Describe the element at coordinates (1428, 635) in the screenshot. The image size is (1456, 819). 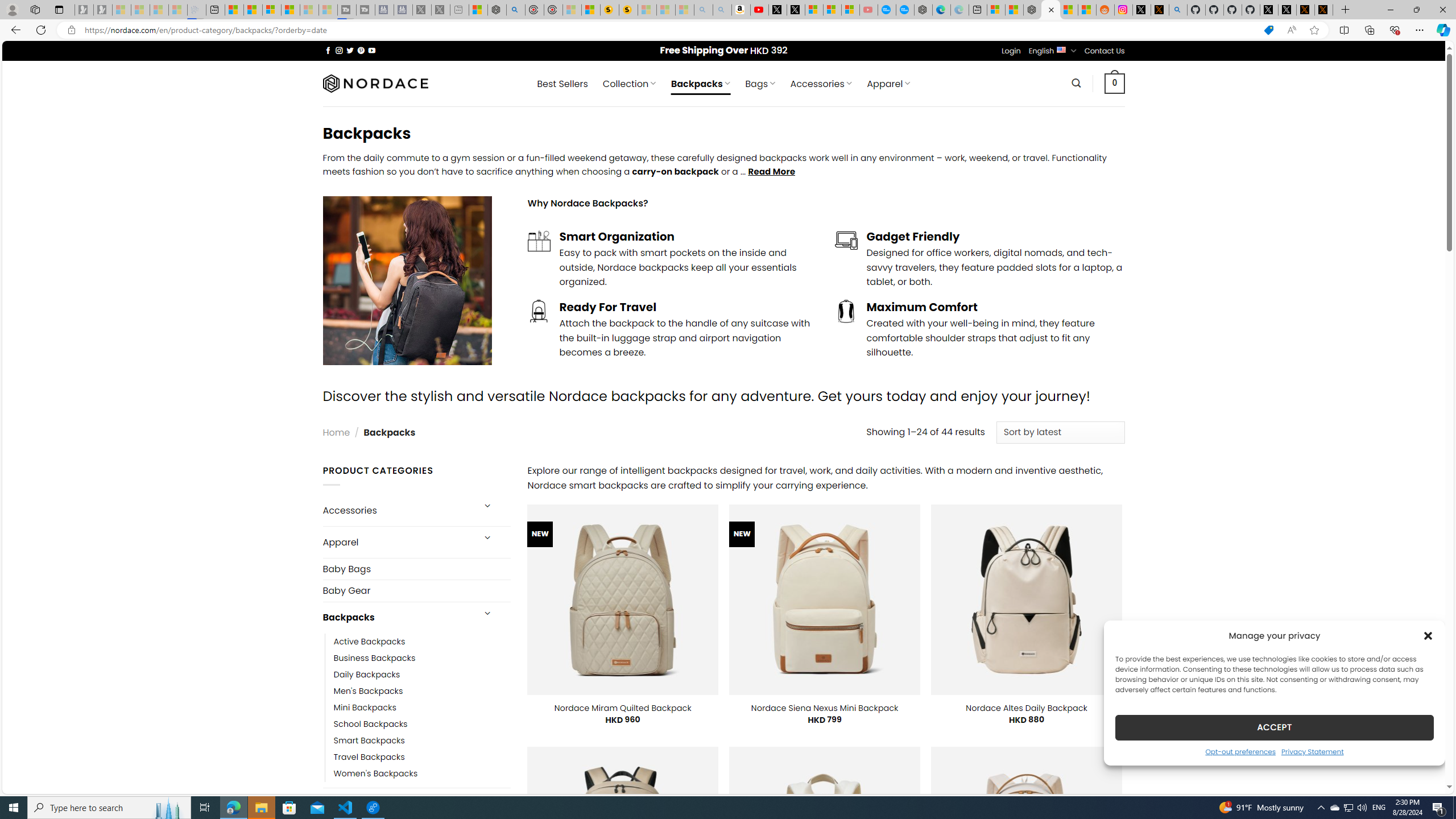
I see `'Class: cmplz-close'` at that location.